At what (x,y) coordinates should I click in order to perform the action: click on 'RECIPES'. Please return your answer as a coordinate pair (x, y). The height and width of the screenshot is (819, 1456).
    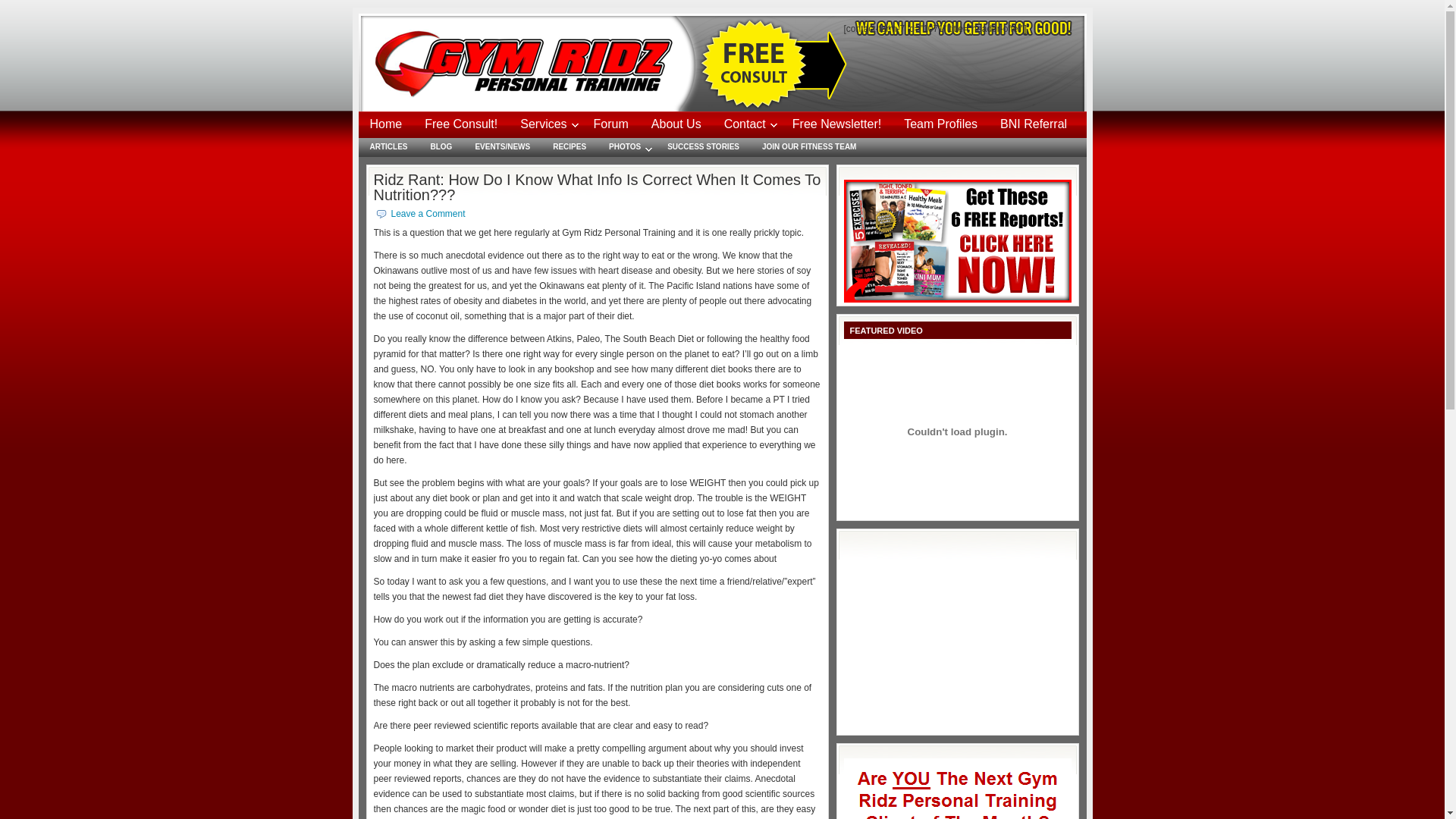
    Looking at the image, I should click on (541, 147).